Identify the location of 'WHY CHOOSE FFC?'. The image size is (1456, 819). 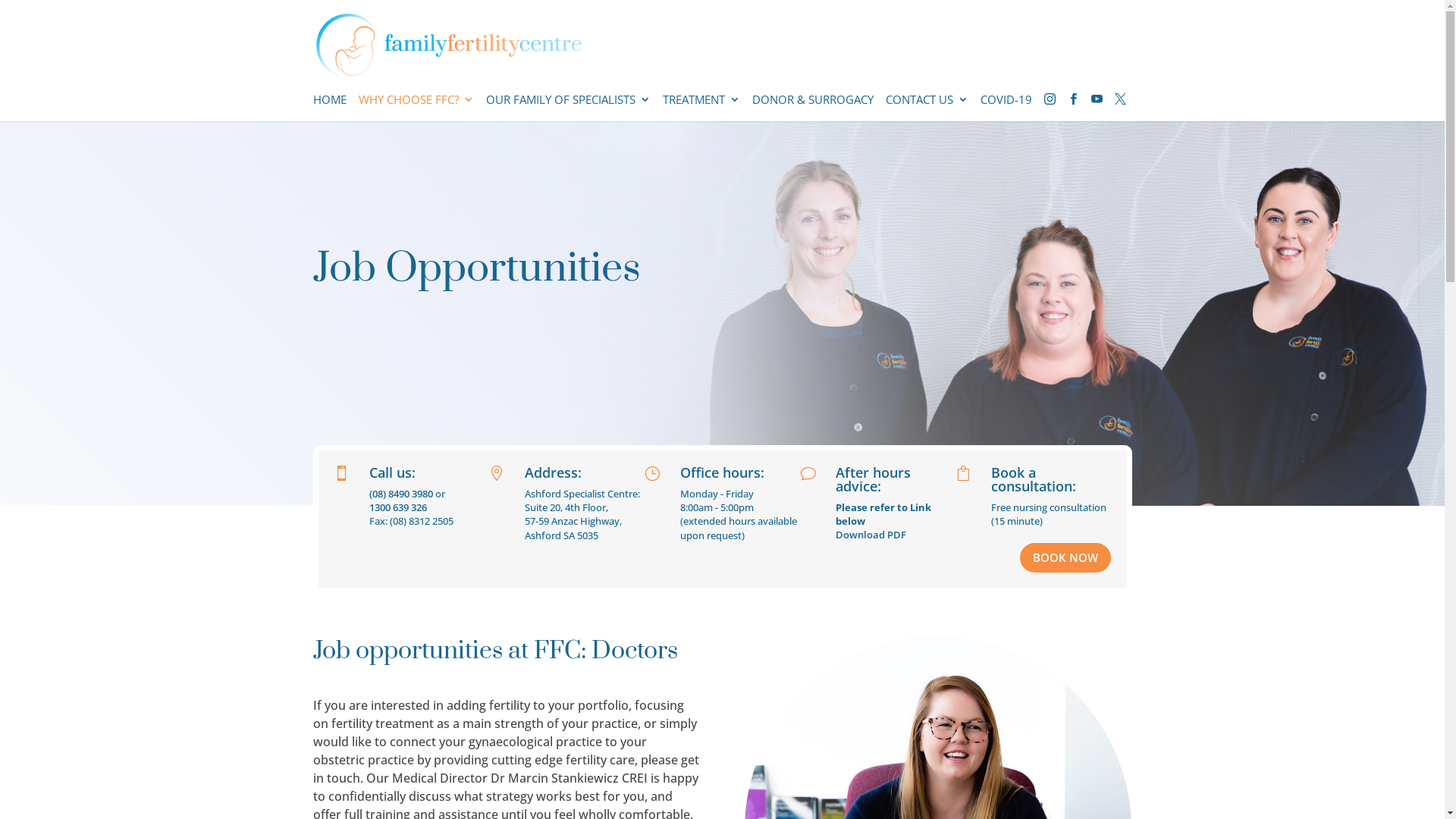
(415, 107).